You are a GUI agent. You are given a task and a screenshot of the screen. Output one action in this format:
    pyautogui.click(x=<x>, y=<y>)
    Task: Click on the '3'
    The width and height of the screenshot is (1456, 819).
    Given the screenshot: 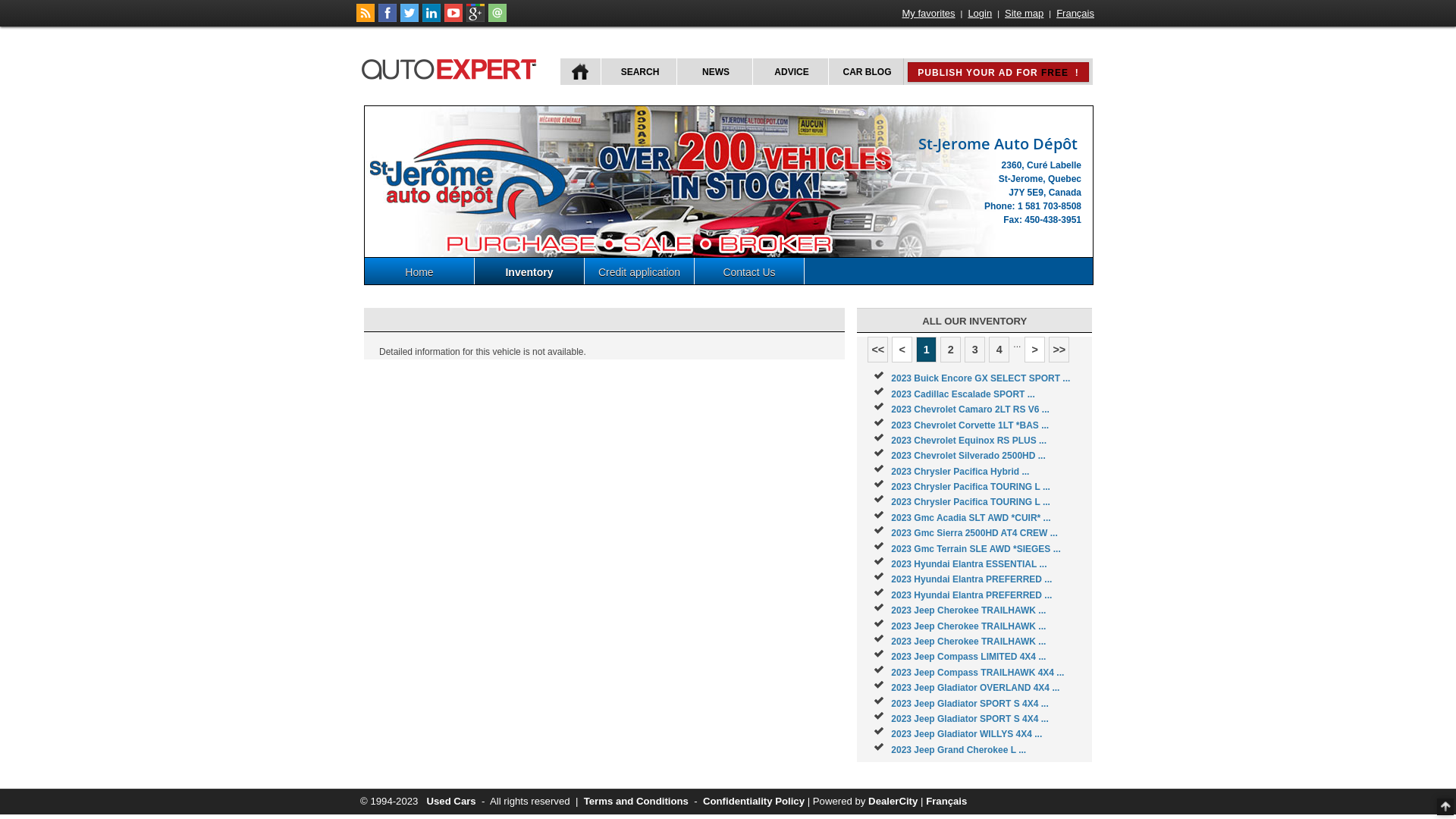 What is the action you would take?
    pyautogui.click(x=974, y=350)
    